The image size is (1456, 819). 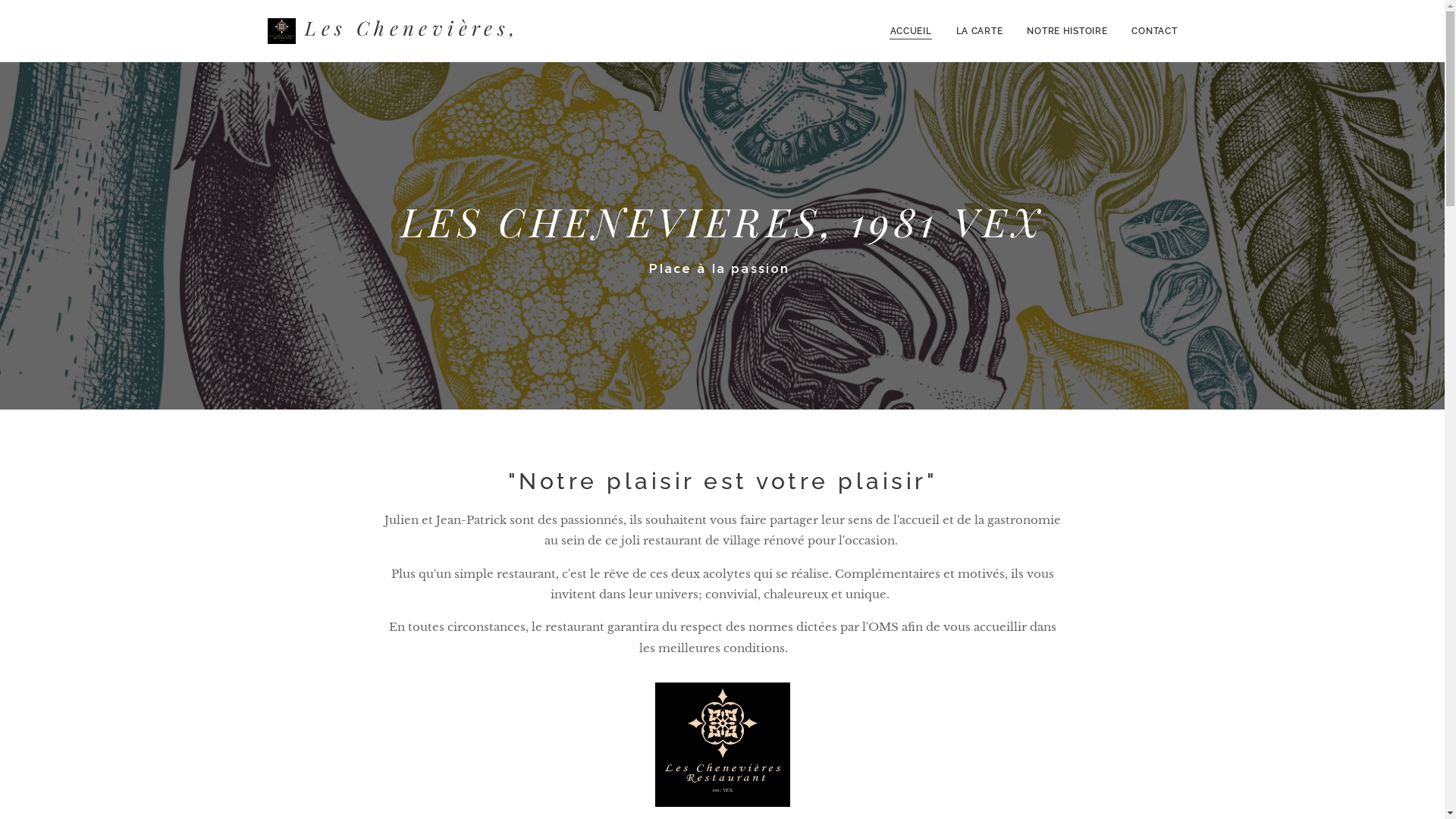 I want to click on 'NOTRE HISTOIRE', so click(x=1065, y=31).